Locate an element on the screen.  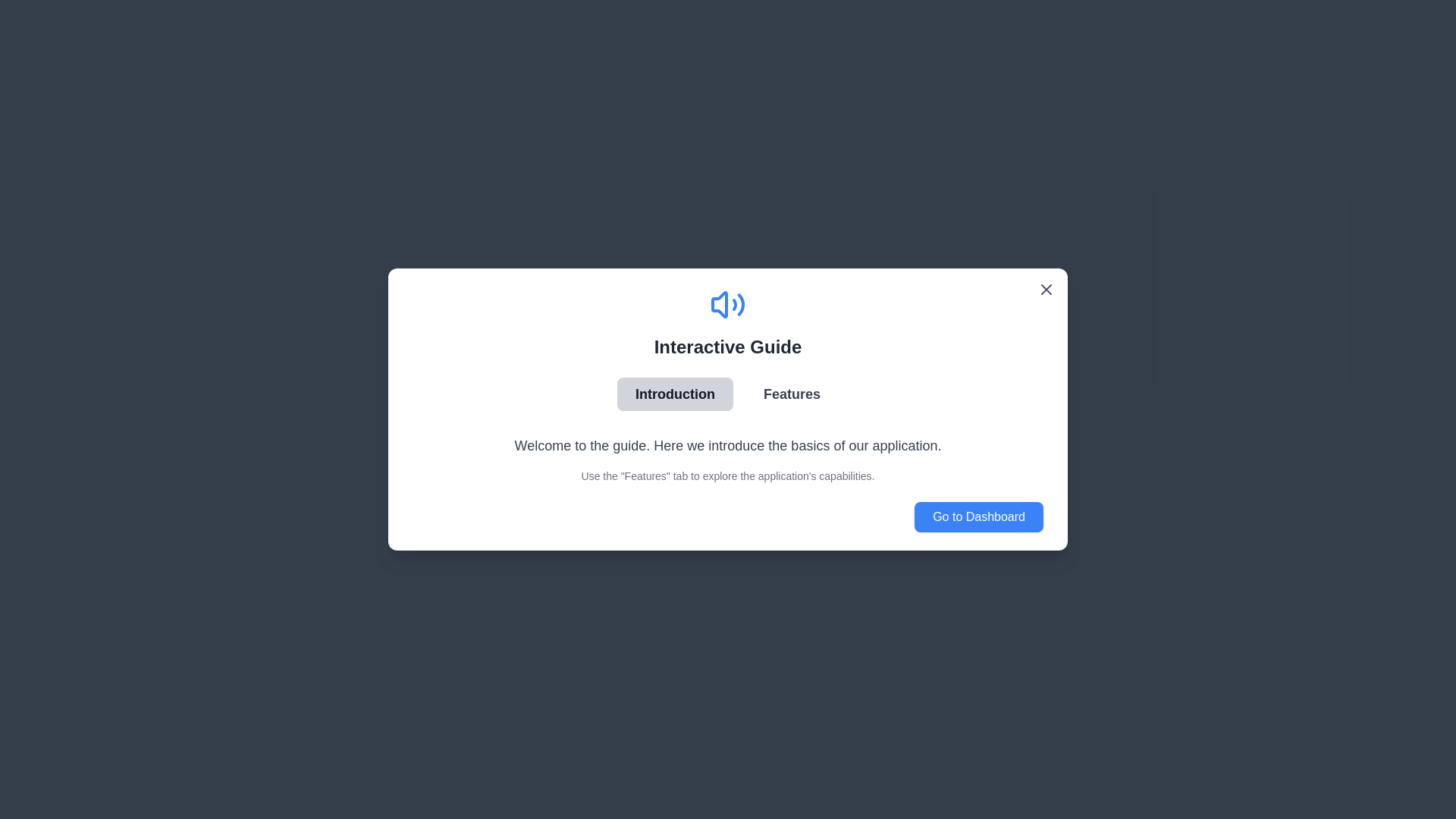
the blue button labeled 'Go to Dashboard' located at the bottom right corner of the card layout is located at coordinates (979, 516).